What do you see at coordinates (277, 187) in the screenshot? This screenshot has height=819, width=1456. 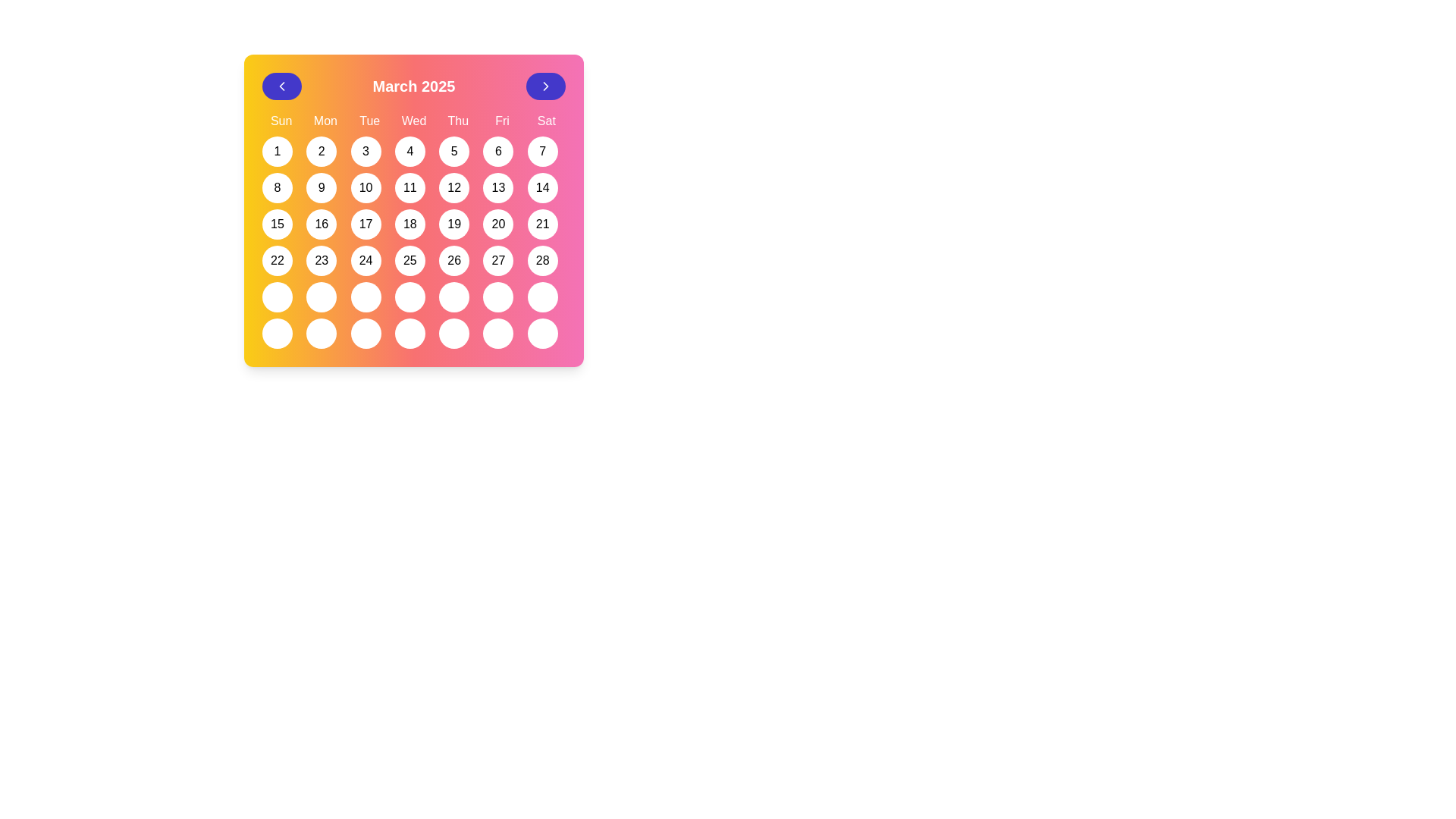 I see `the circular button displaying the number '8' in the calendar grid layout located in the second row and first column beneath the 'Sun' header` at bounding box center [277, 187].